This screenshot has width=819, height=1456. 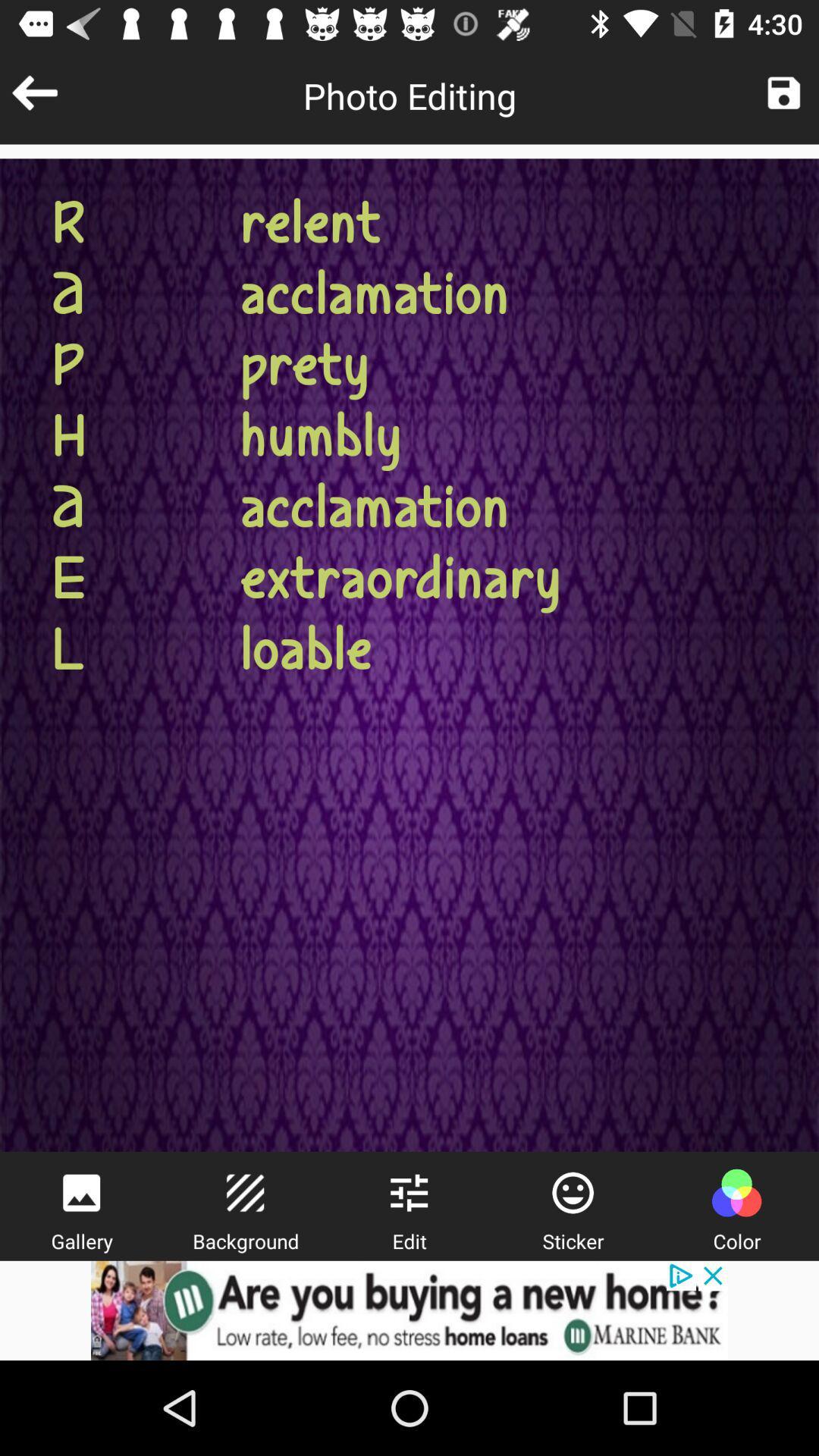 What do you see at coordinates (81, 1192) in the screenshot?
I see `viewer of different photos/images` at bounding box center [81, 1192].